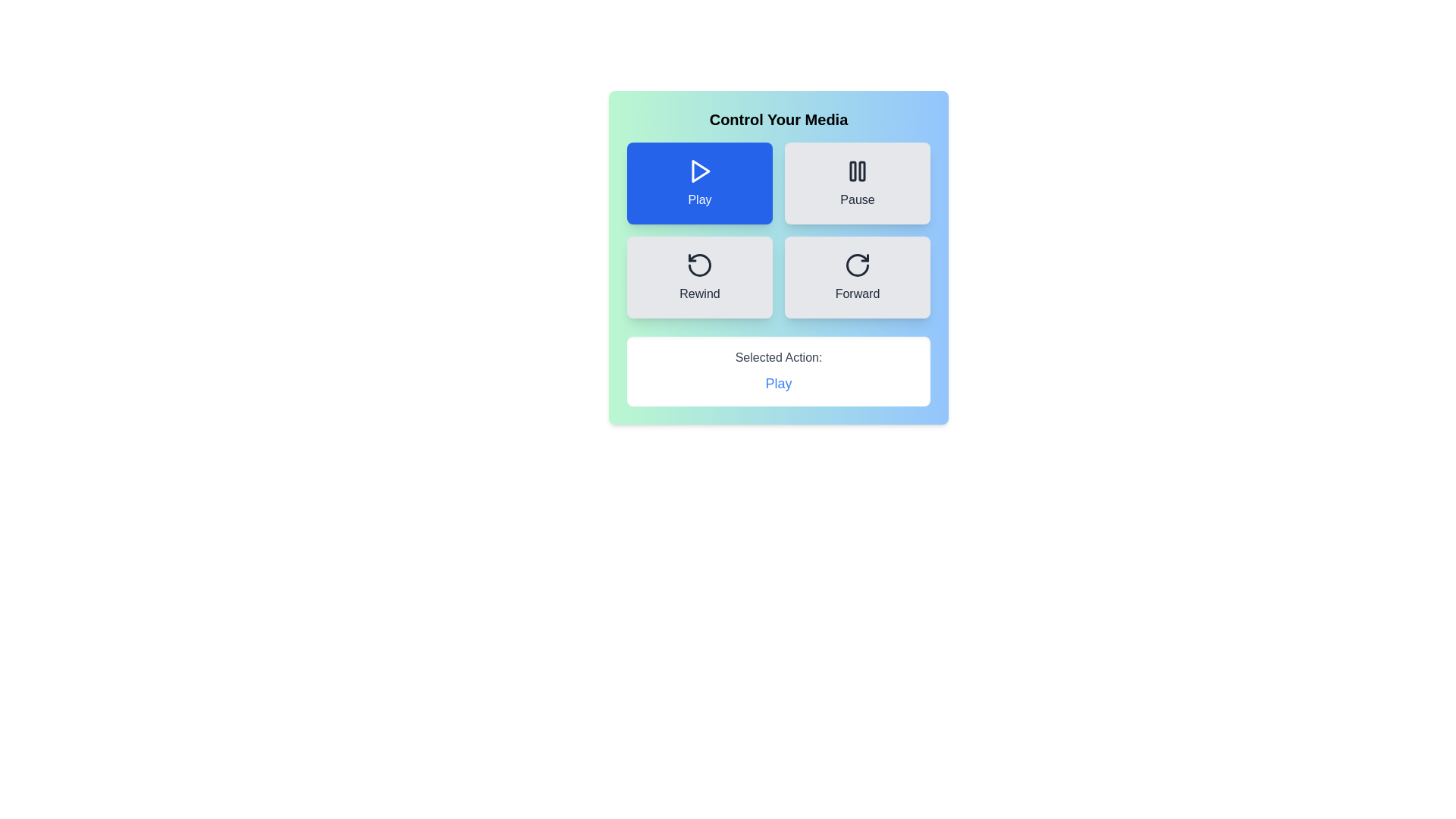 Image resolution: width=1456 pixels, height=819 pixels. What do you see at coordinates (698, 183) in the screenshot?
I see `the Play button to select the corresponding action` at bounding box center [698, 183].